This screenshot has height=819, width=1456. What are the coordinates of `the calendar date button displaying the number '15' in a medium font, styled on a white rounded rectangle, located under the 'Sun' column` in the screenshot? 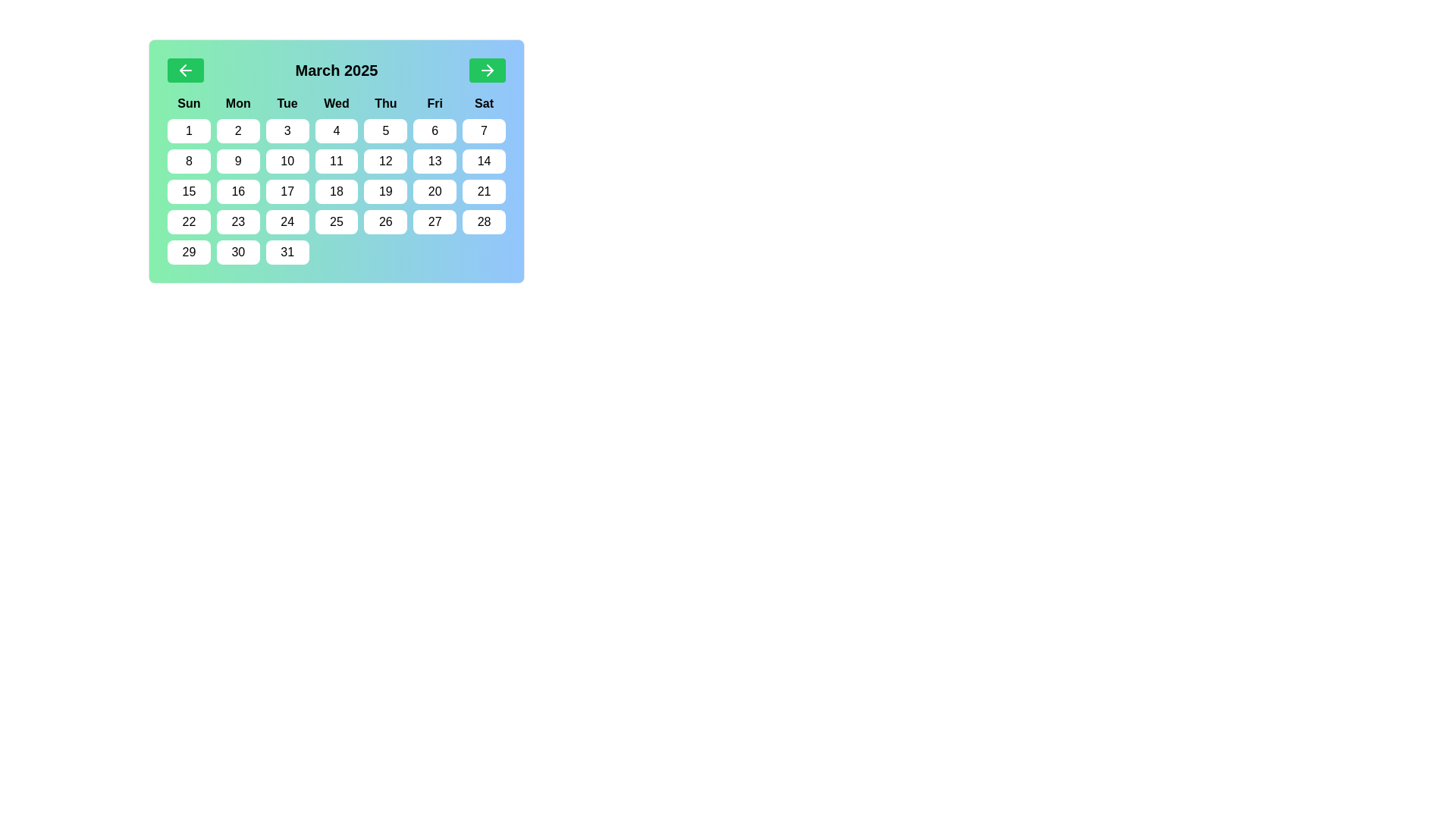 It's located at (188, 191).